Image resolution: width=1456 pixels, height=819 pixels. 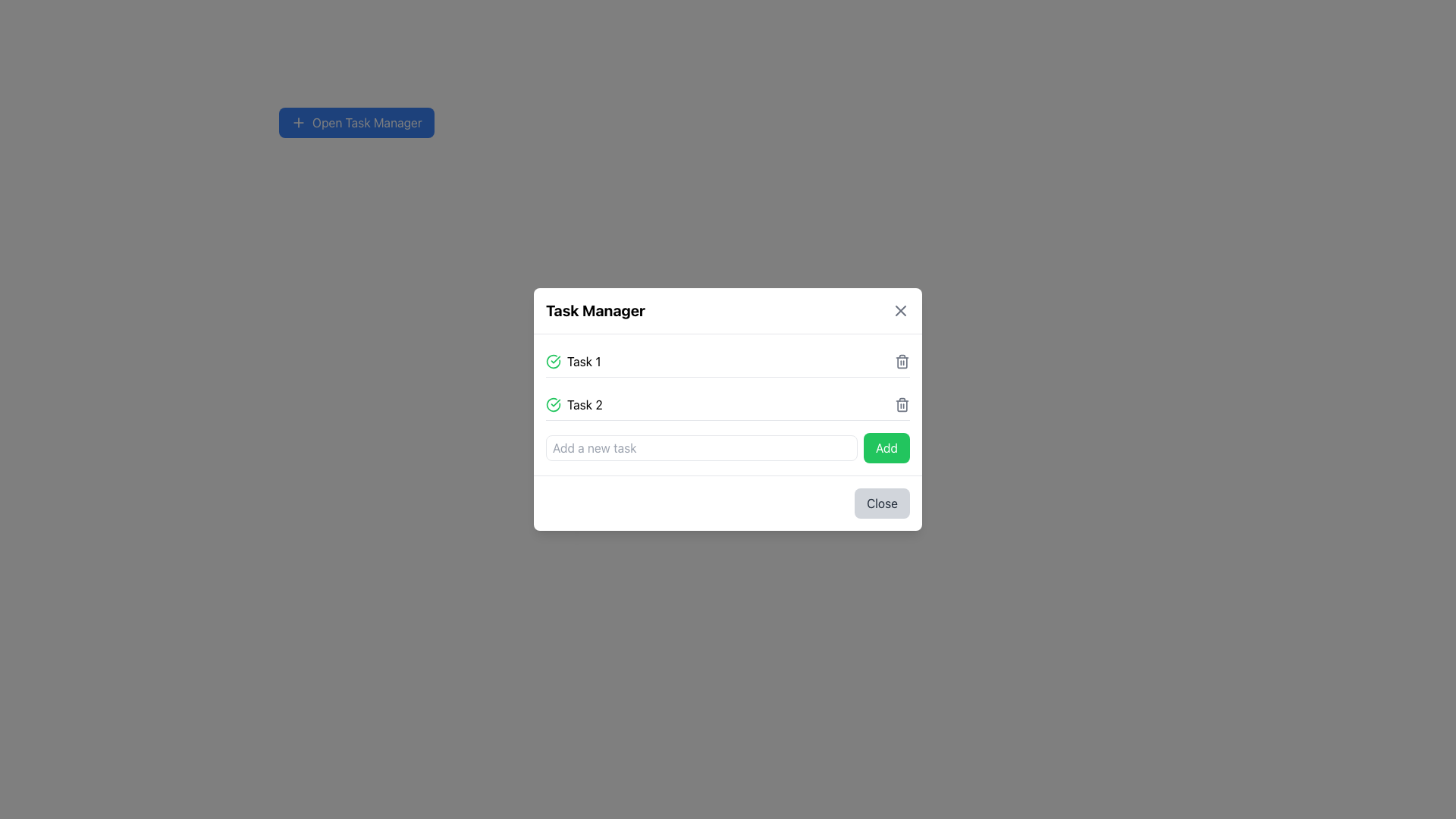 I want to click on the close button located at the upper-right corner of the 'Task Manager' popup for accessibility, so click(x=901, y=309).